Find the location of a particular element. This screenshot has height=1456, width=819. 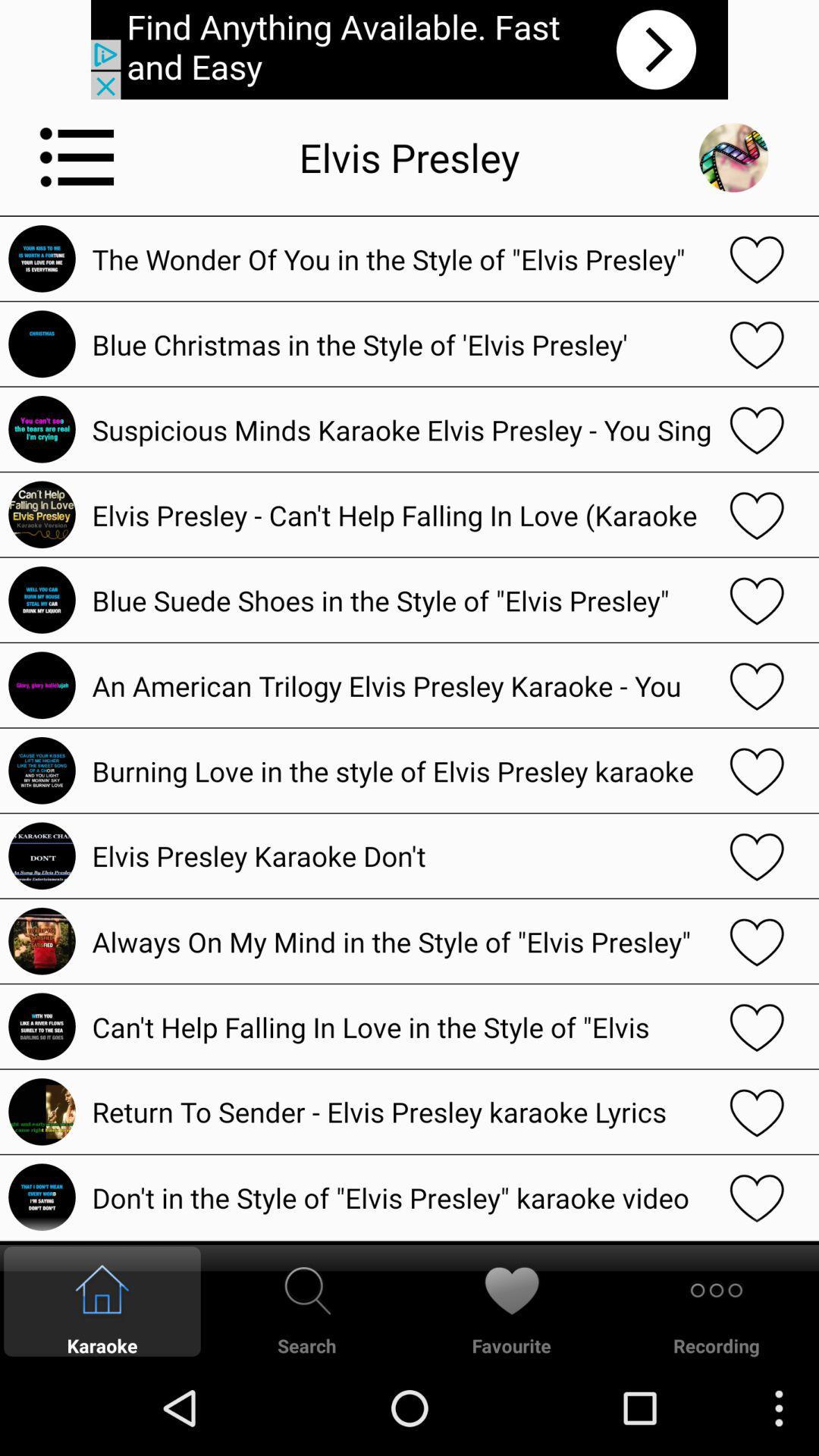

like option is located at coordinates (757, 1112).